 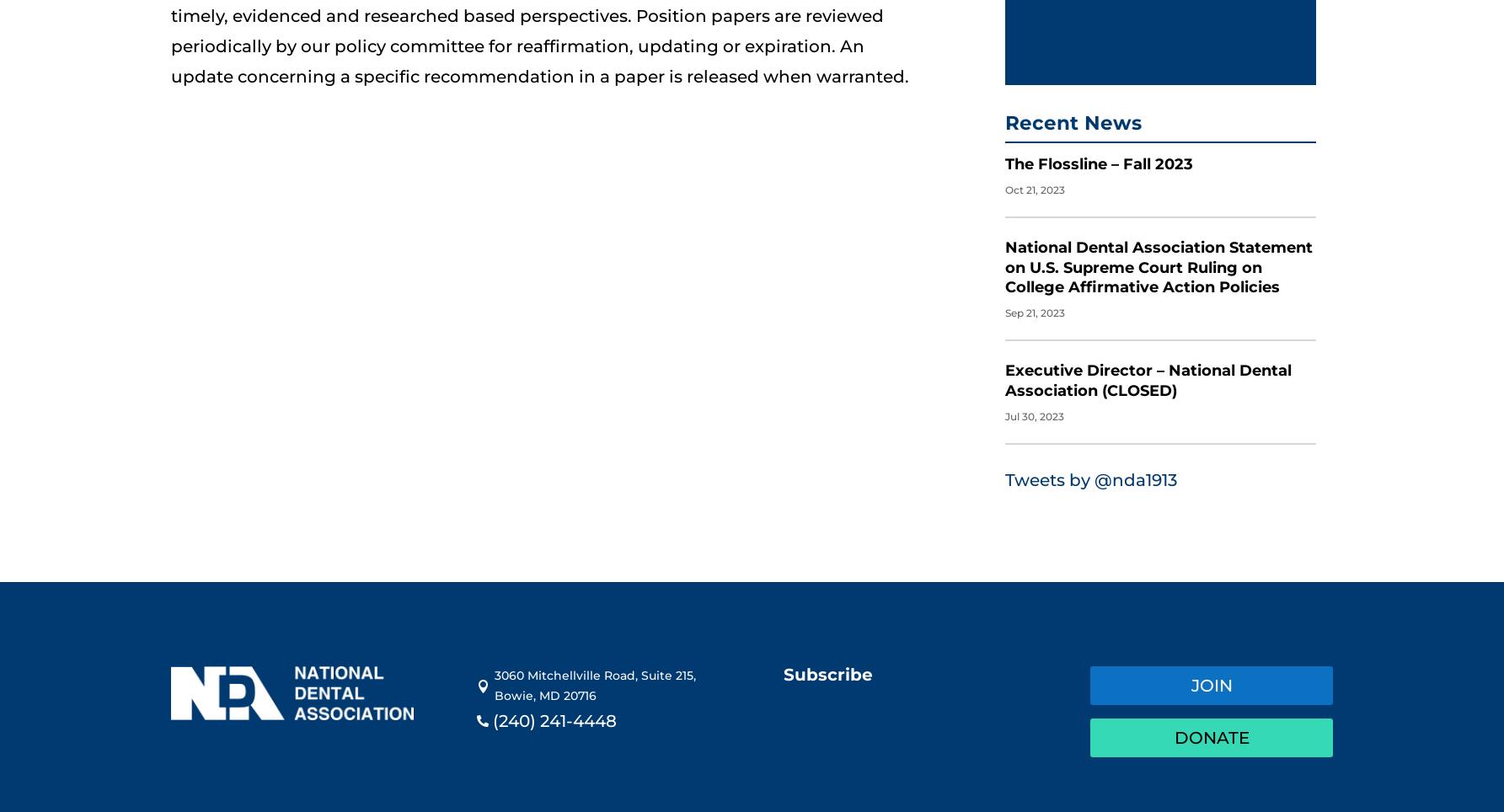 I want to click on 'Jul 30, 2023', so click(x=1034, y=399).